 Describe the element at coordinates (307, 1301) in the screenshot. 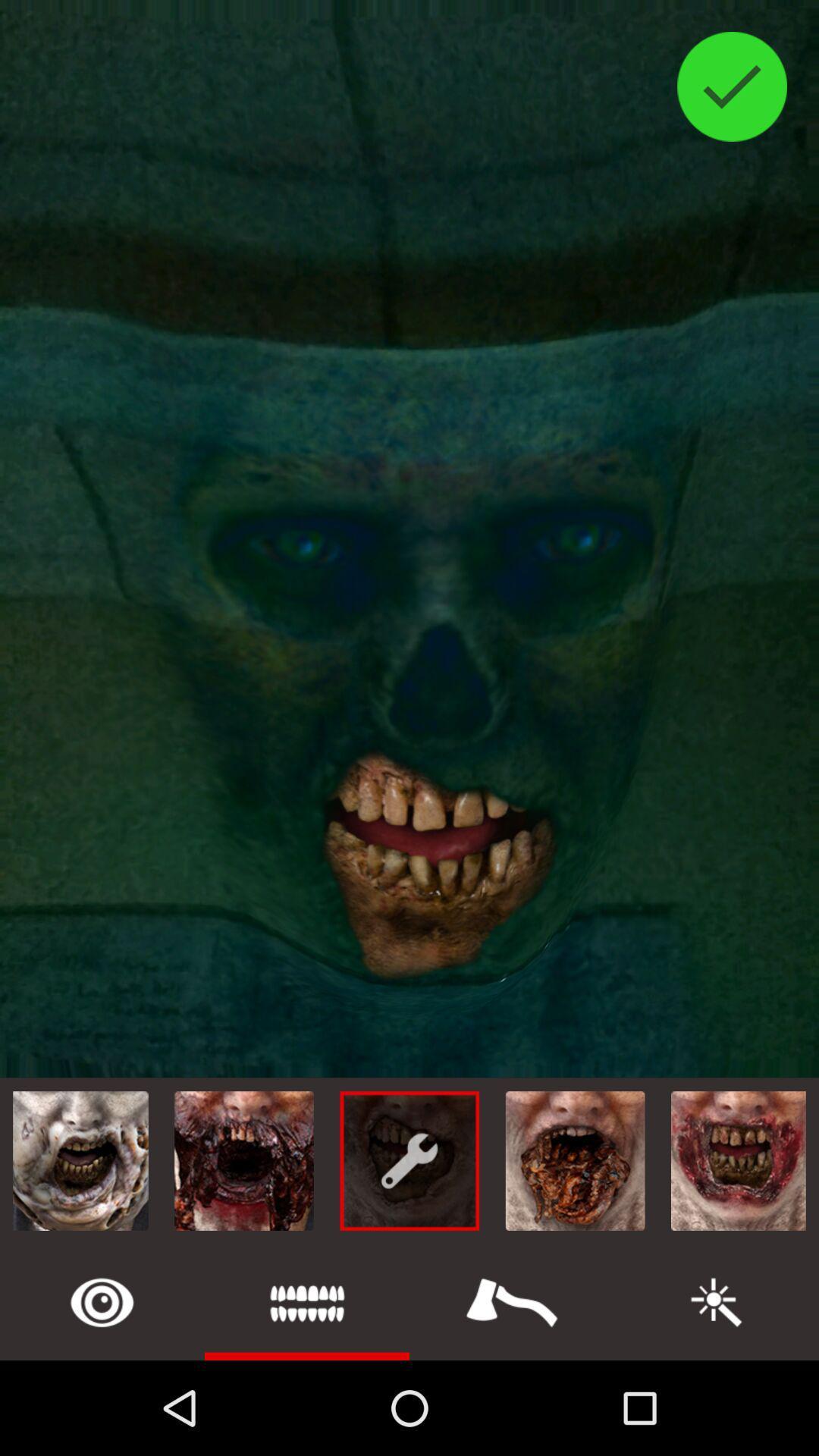

I see `teeth` at that location.